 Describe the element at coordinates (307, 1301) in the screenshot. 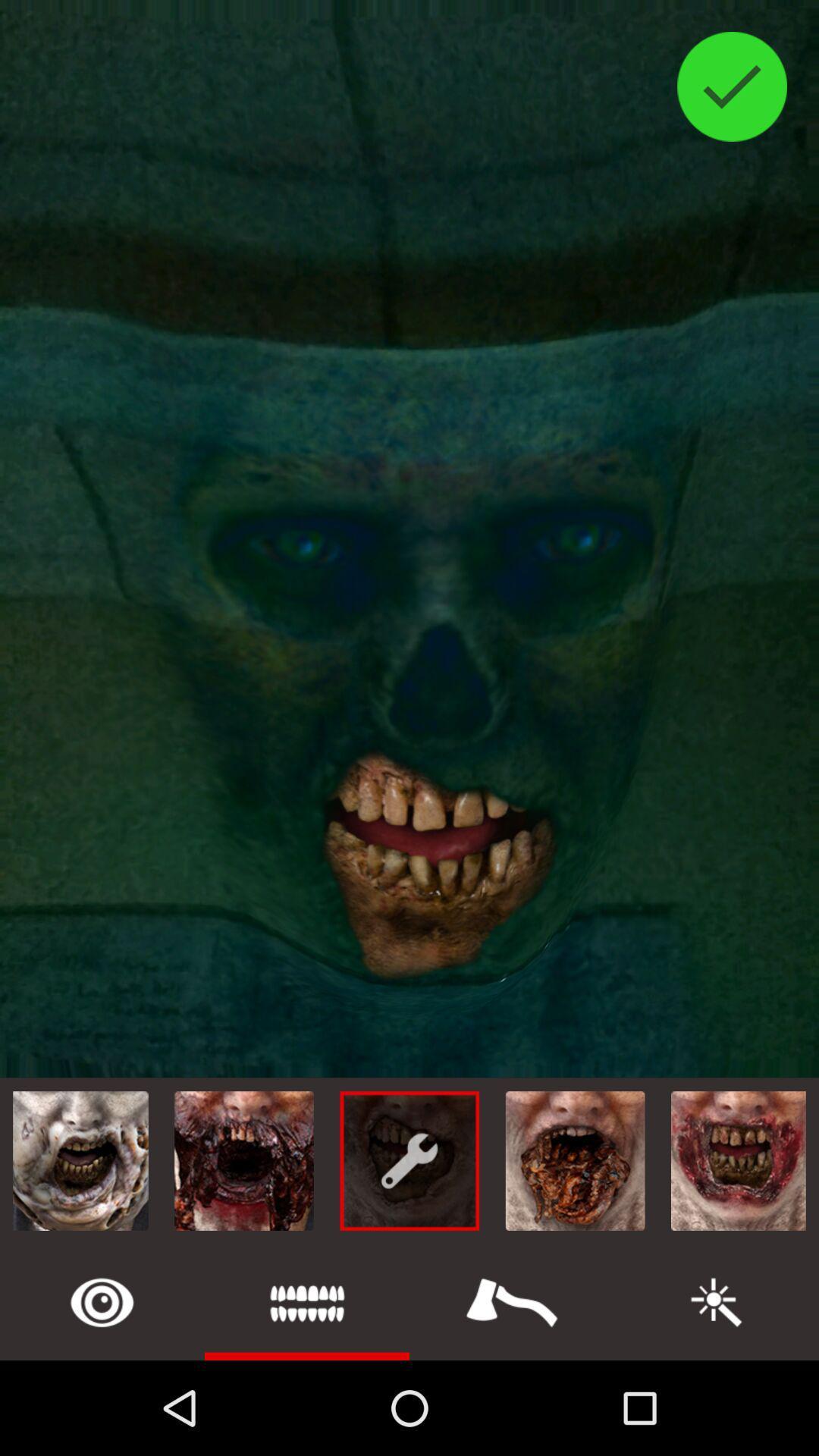

I see `teeth` at that location.